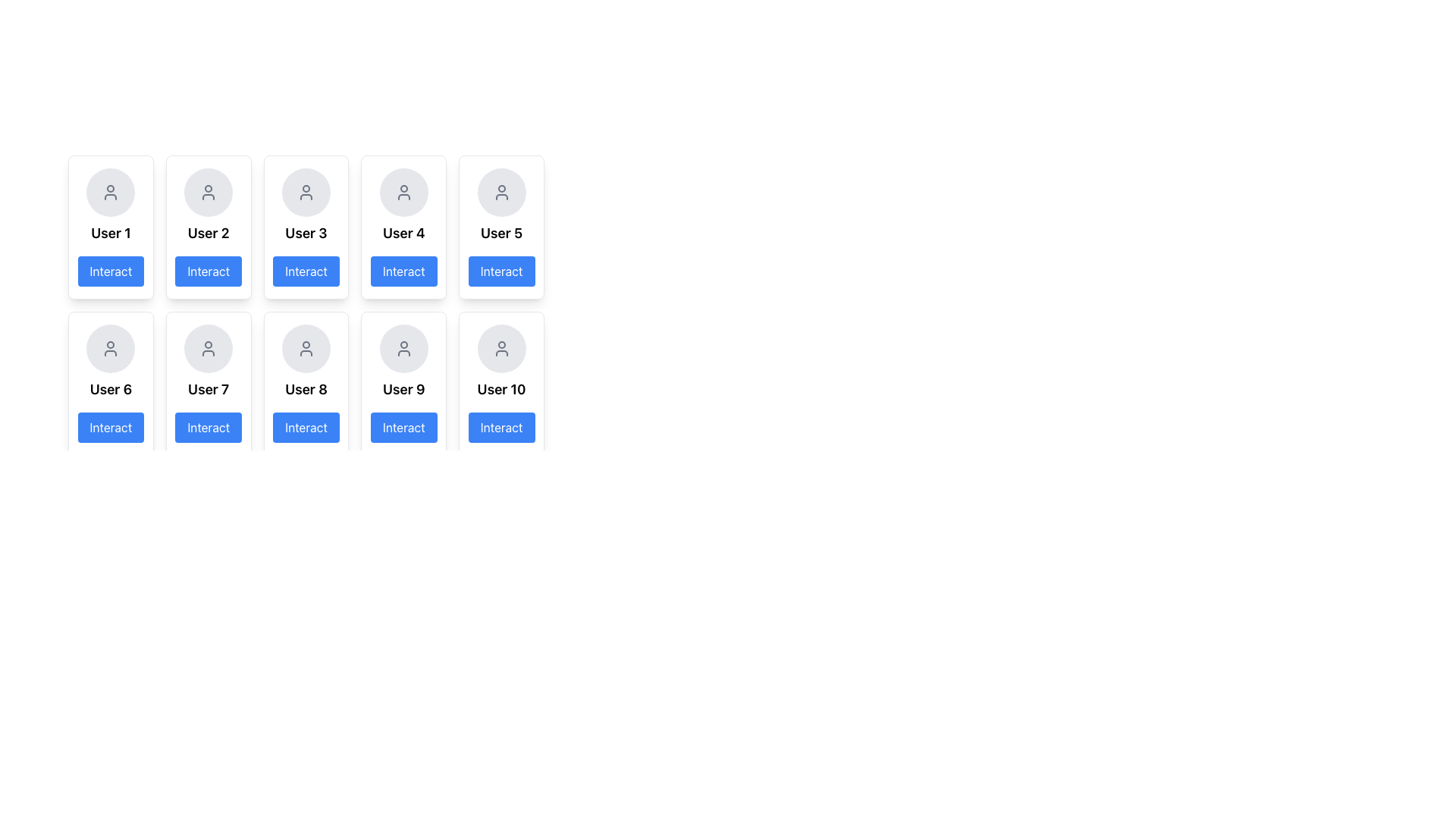 Image resolution: width=1456 pixels, height=819 pixels. Describe the element at coordinates (403, 234) in the screenshot. I see `the non-interactive text label displaying the user's identifier, located in the fourth card from the left in the top row of the grid layout, below the circular avatar placeholder and above the 'Interact' button` at that location.